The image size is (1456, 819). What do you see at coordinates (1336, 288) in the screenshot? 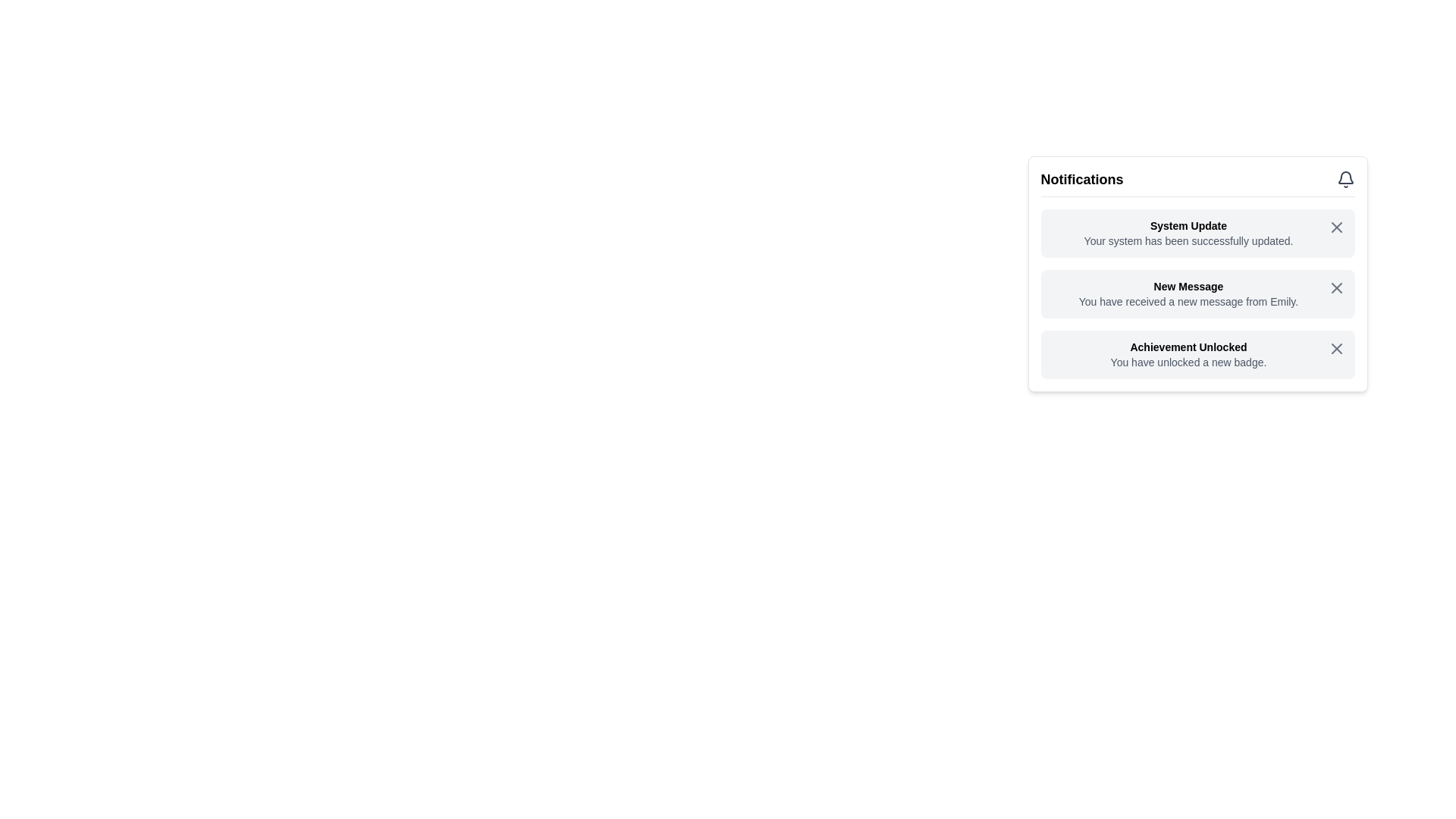
I see `the 'X' shape icon` at bounding box center [1336, 288].